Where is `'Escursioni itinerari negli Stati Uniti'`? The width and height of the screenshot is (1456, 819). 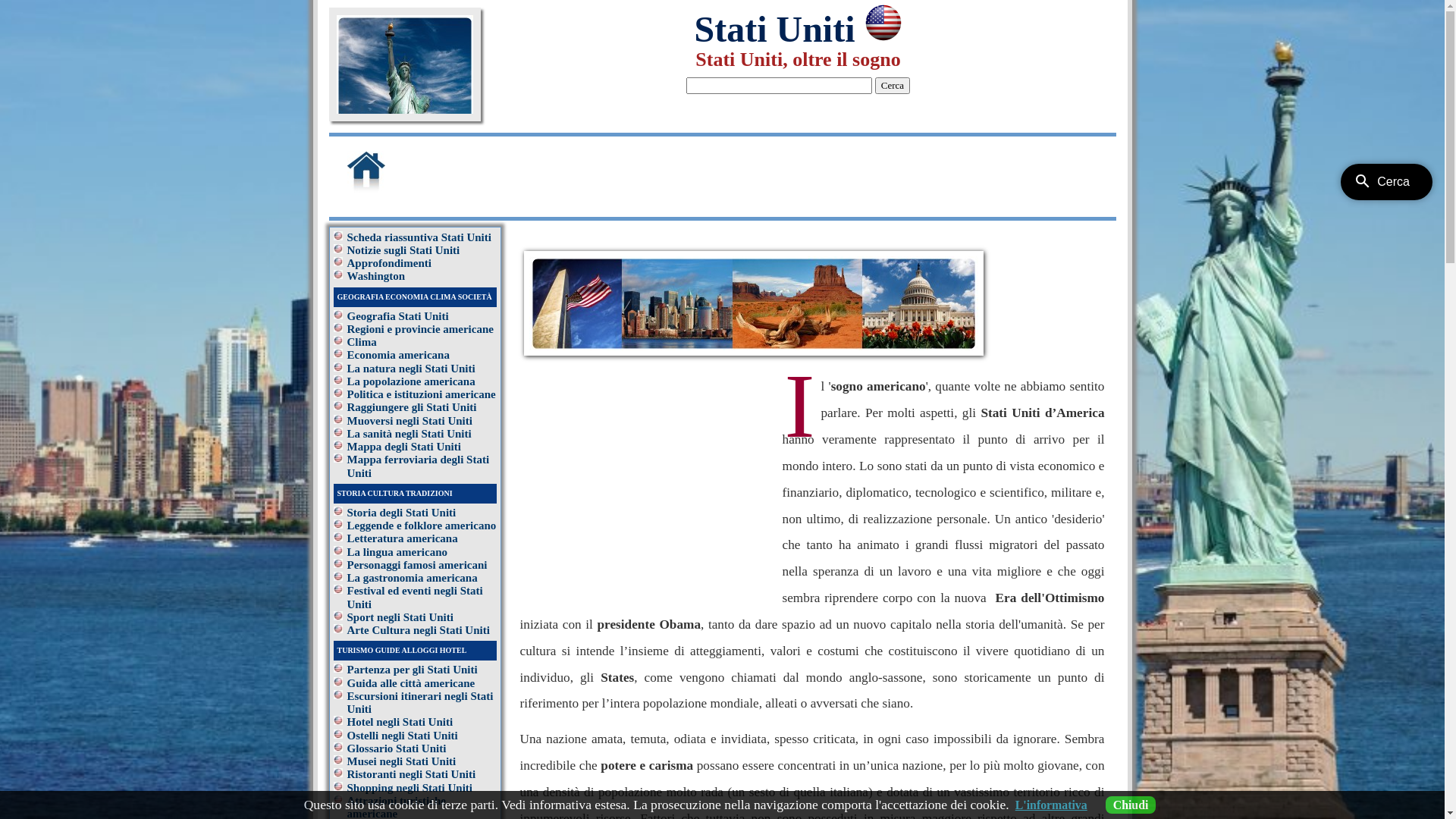
'Escursioni itinerari negli Stati Uniti' is located at coordinates (420, 702).